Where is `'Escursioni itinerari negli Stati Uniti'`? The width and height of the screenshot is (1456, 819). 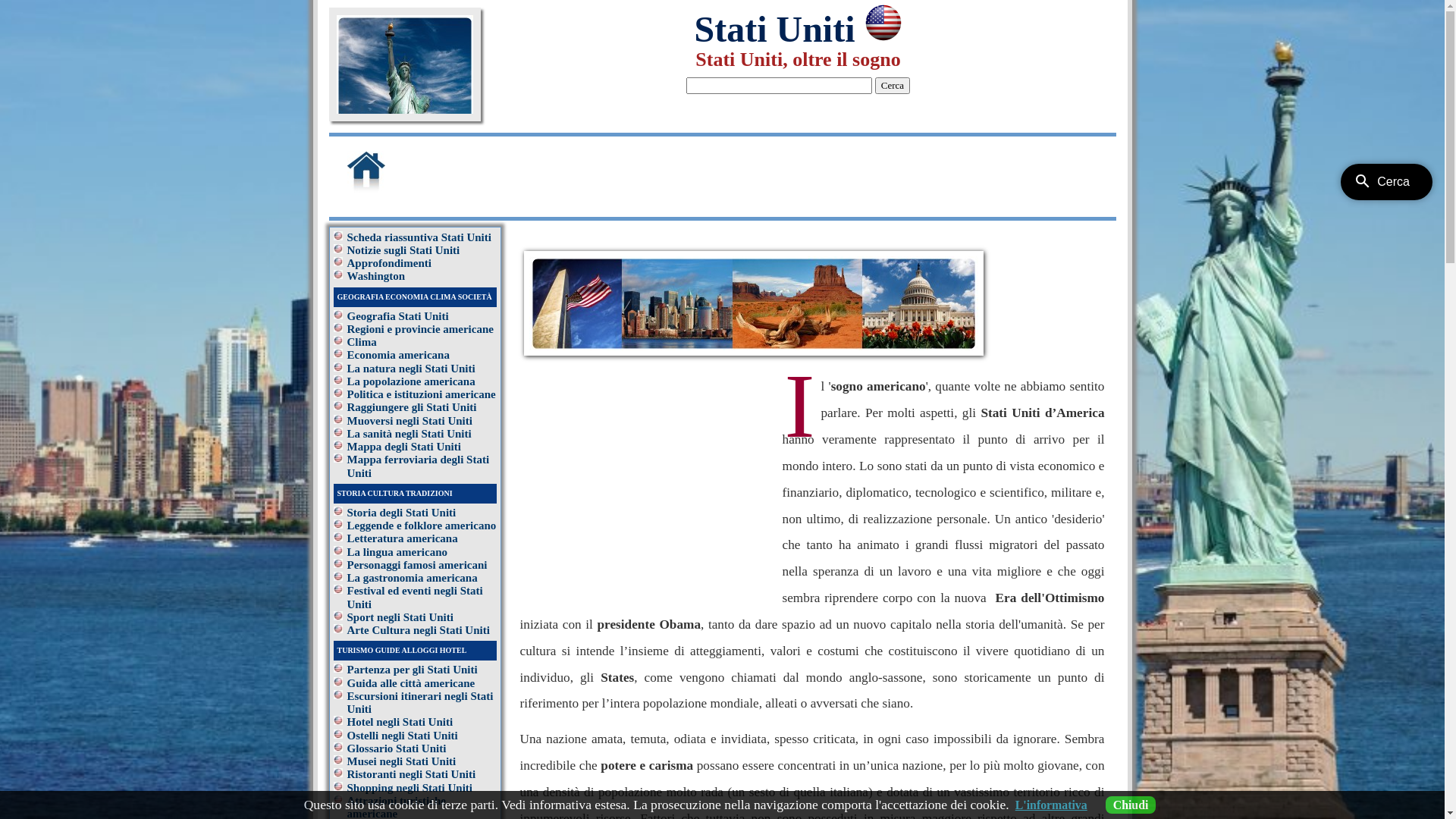
'Escursioni itinerari negli Stati Uniti' is located at coordinates (420, 702).